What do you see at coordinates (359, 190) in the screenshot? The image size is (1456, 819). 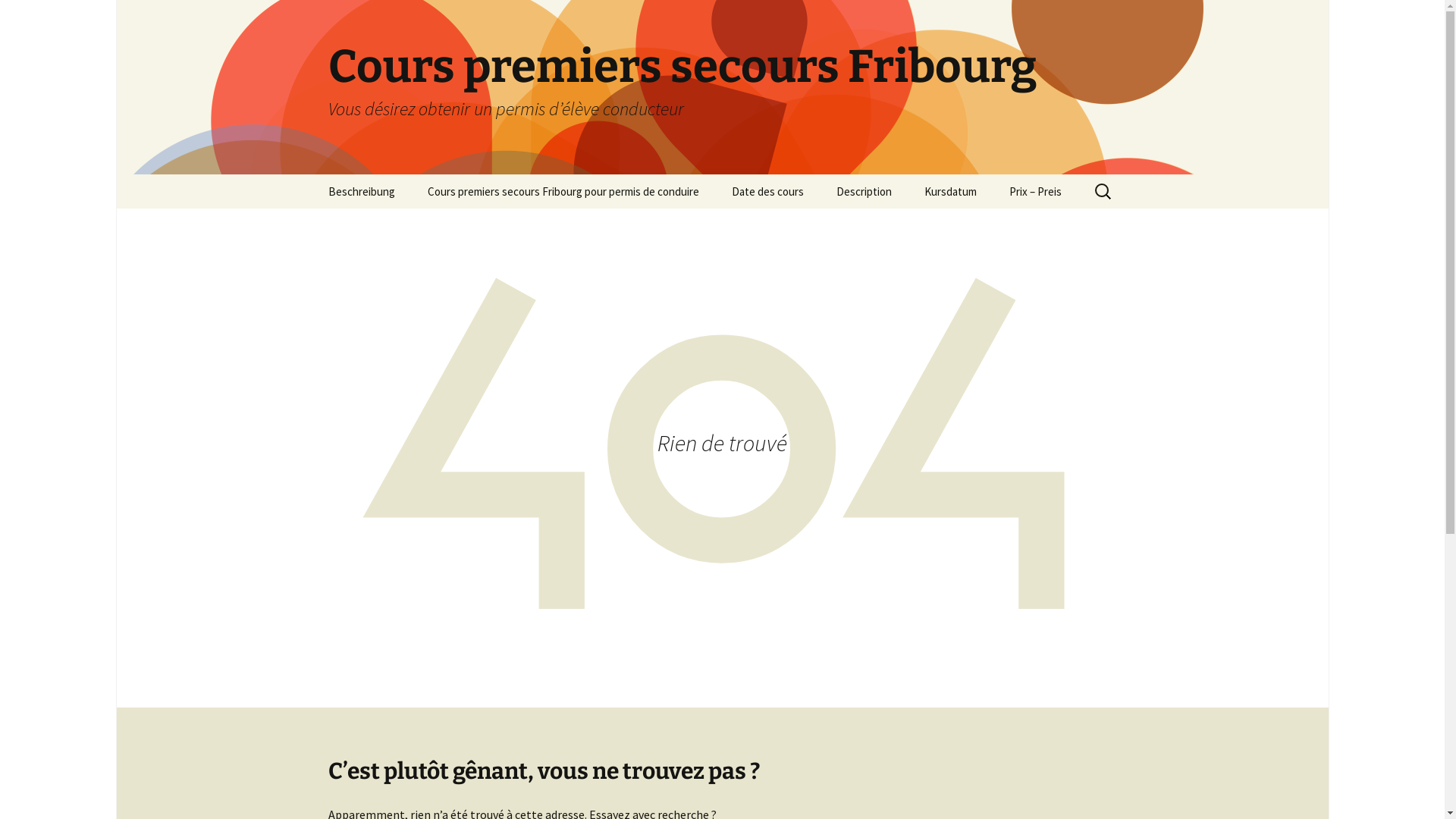 I see `'Beschreibung'` at bounding box center [359, 190].